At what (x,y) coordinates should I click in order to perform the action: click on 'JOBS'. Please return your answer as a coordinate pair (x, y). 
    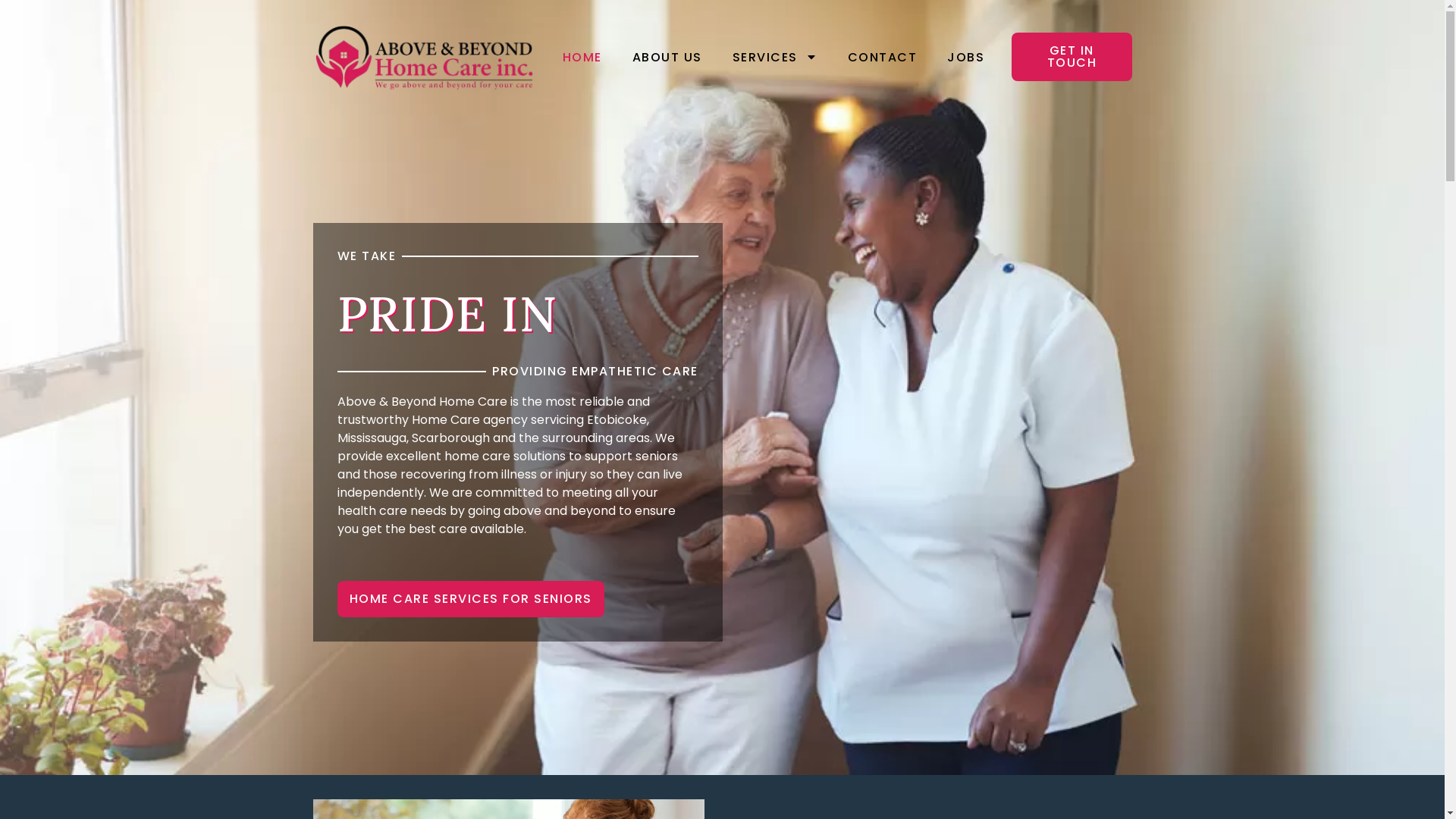
    Looking at the image, I should click on (930, 56).